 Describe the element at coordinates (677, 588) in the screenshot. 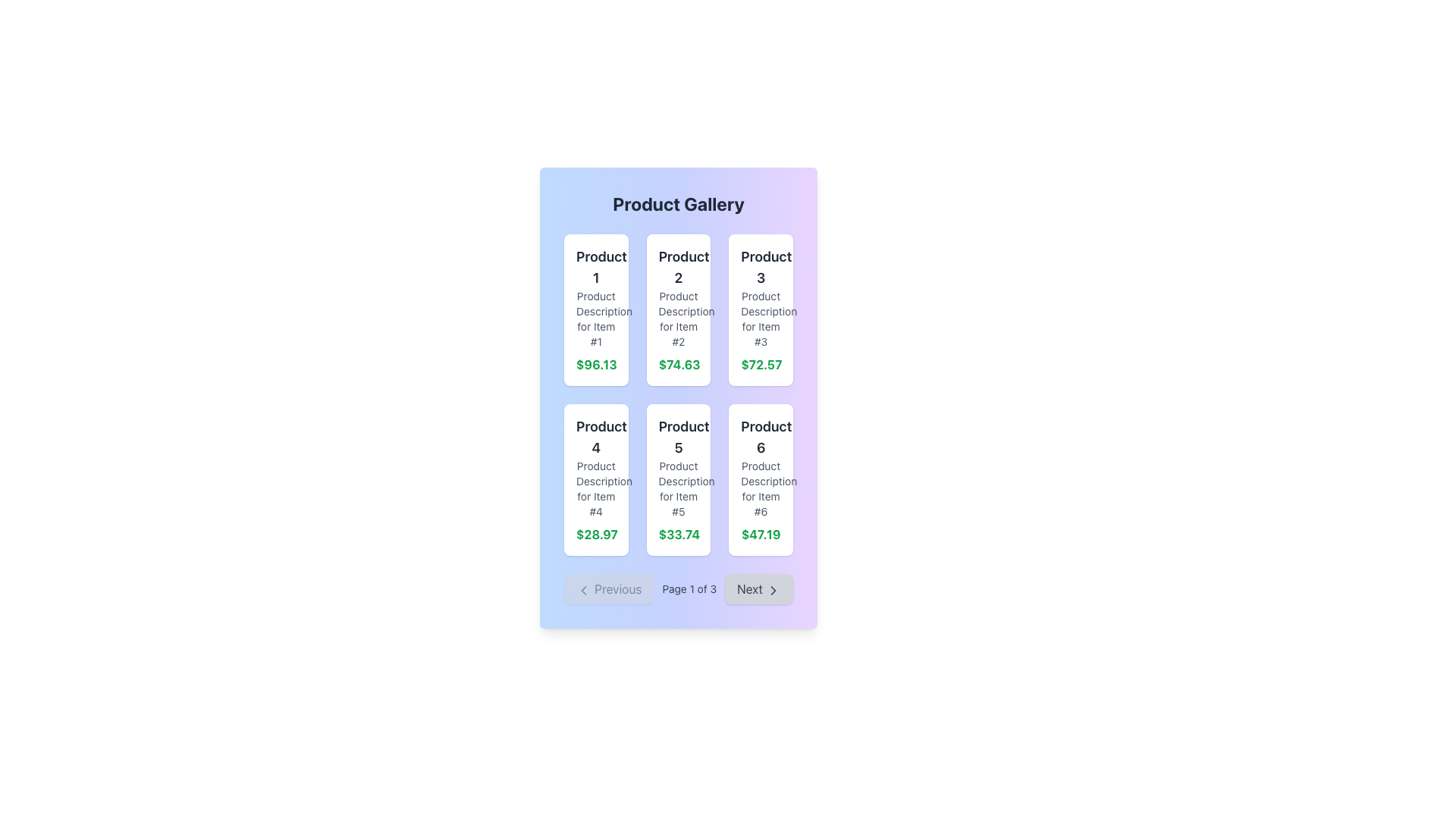

I see `current page number and total pages from the Pagination Bar located at the bottom of the product gallery` at that location.